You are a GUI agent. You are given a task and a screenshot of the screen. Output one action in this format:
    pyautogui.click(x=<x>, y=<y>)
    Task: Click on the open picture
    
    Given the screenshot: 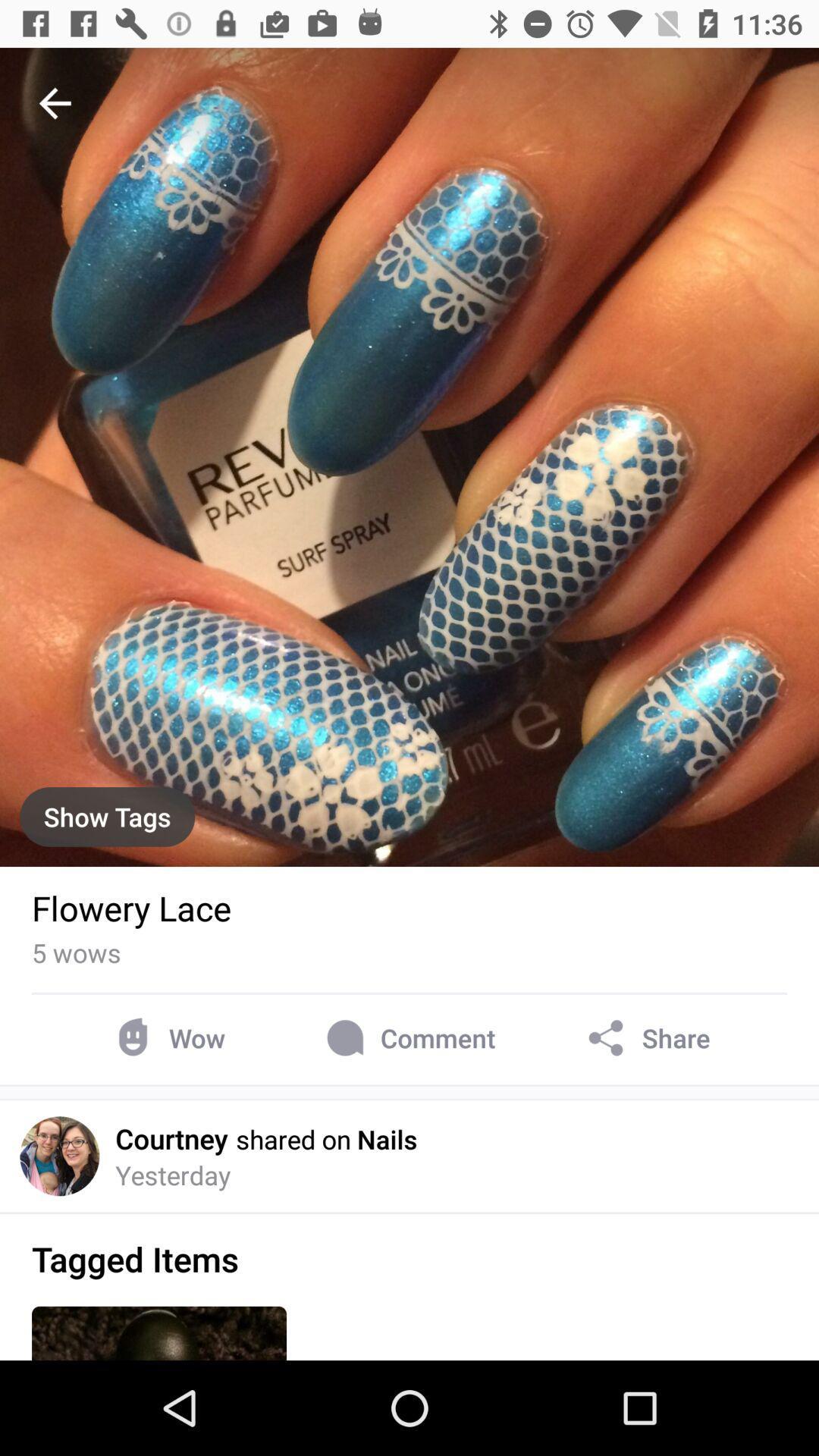 What is the action you would take?
    pyautogui.click(x=409, y=457)
    